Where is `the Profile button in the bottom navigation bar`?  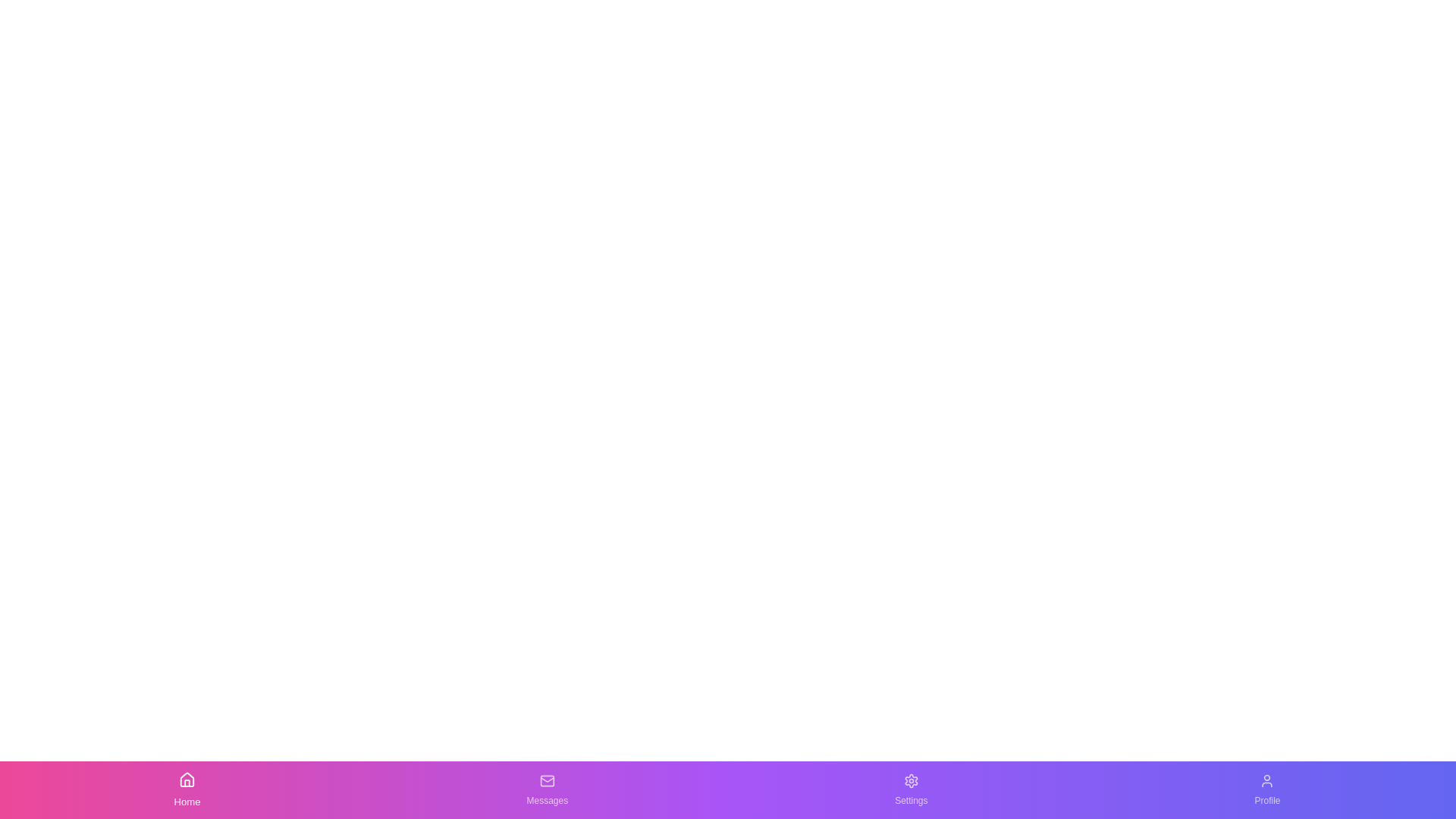
the Profile button in the bottom navigation bar is located at coordinates (1266, 789).